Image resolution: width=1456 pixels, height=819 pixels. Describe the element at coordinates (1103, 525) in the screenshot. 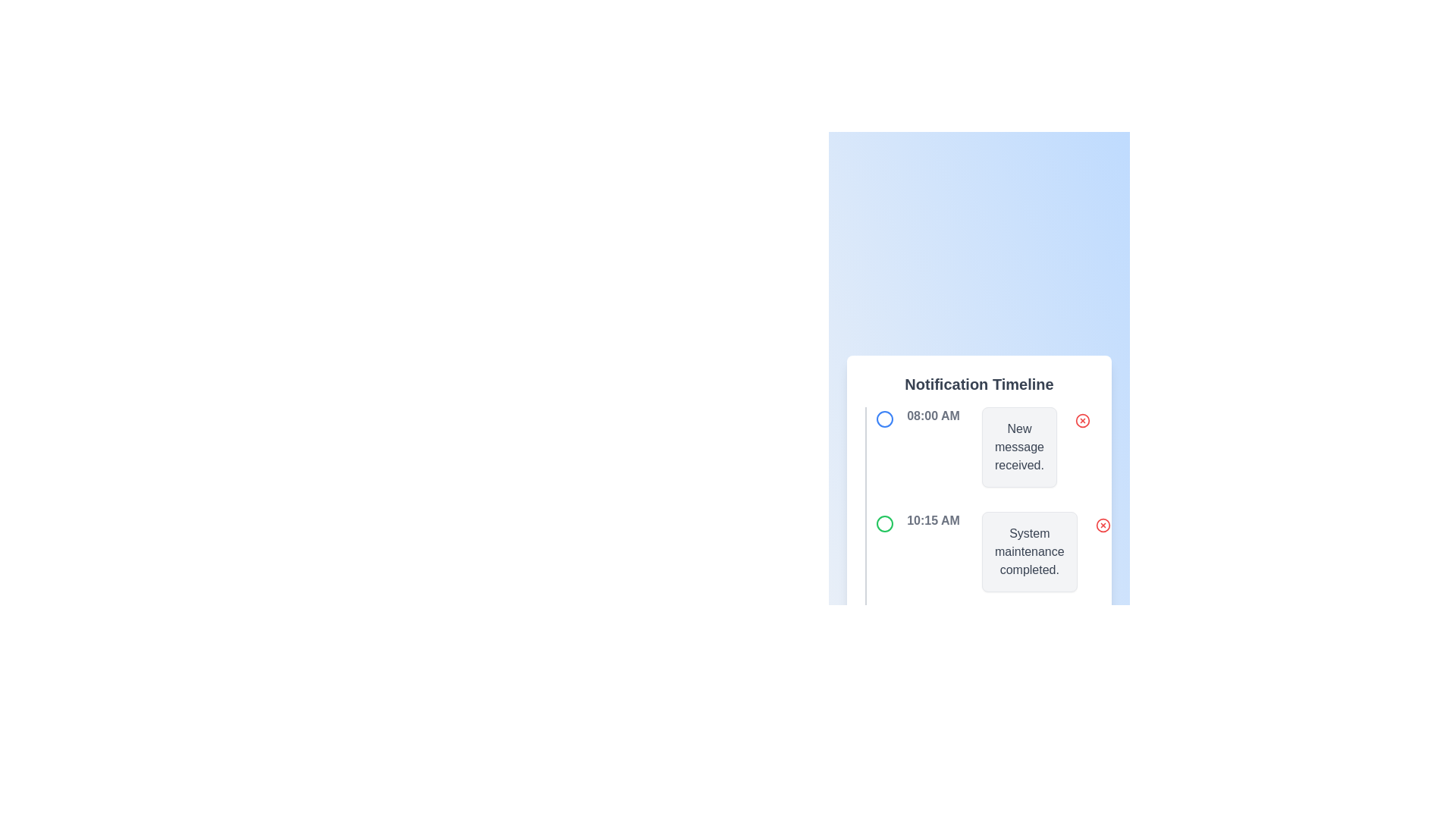

I see `the dismiss button located in the notification timeline interface, which is horizontally aligned to the right of the notification text box reading 'System maintenance completed.'` at that location.